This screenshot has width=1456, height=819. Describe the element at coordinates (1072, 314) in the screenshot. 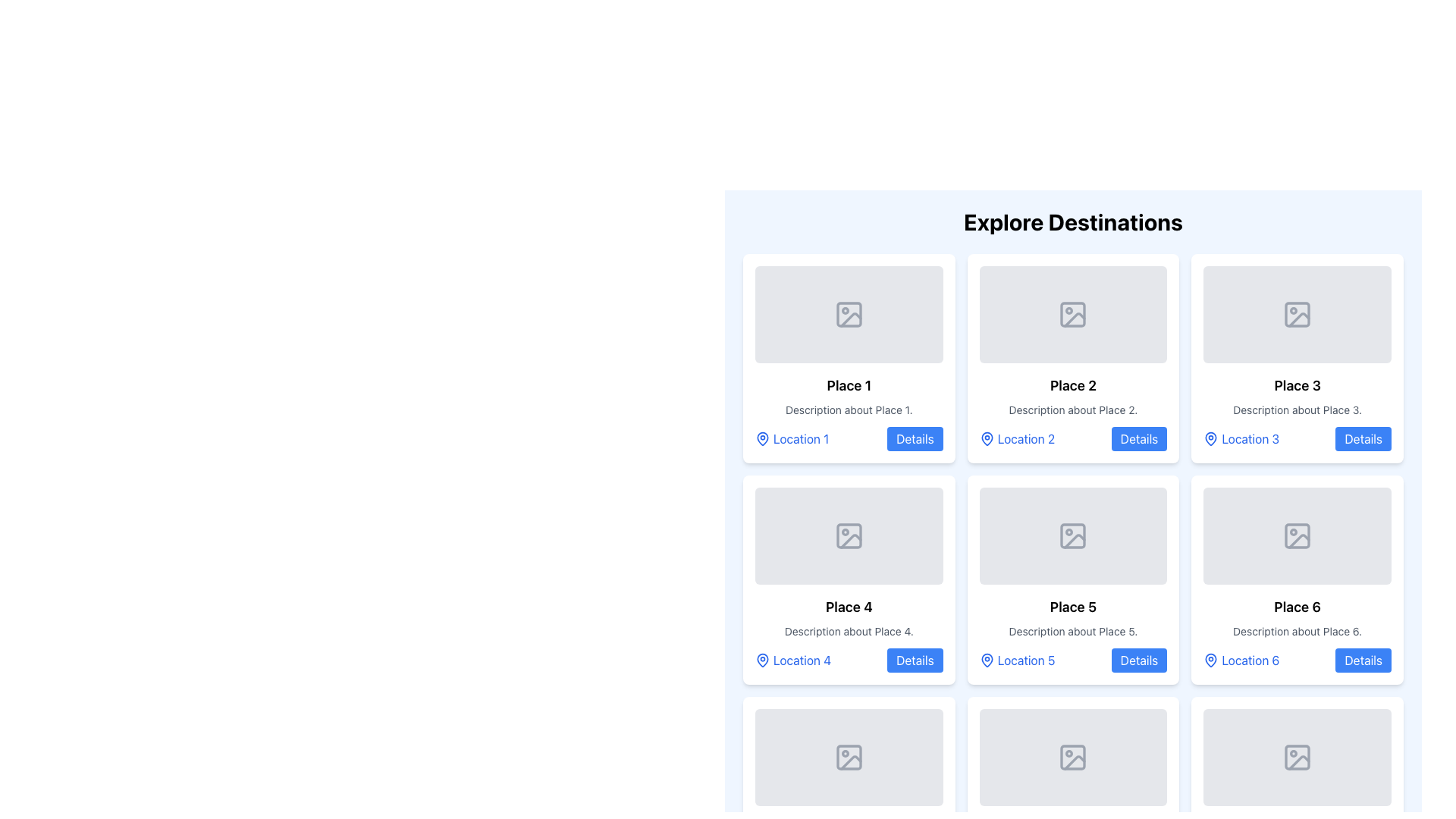

I see `the Image Placeholder element, which is a light gray rectangular box with rounded corners and an icon of a mountain and sun` at that location.